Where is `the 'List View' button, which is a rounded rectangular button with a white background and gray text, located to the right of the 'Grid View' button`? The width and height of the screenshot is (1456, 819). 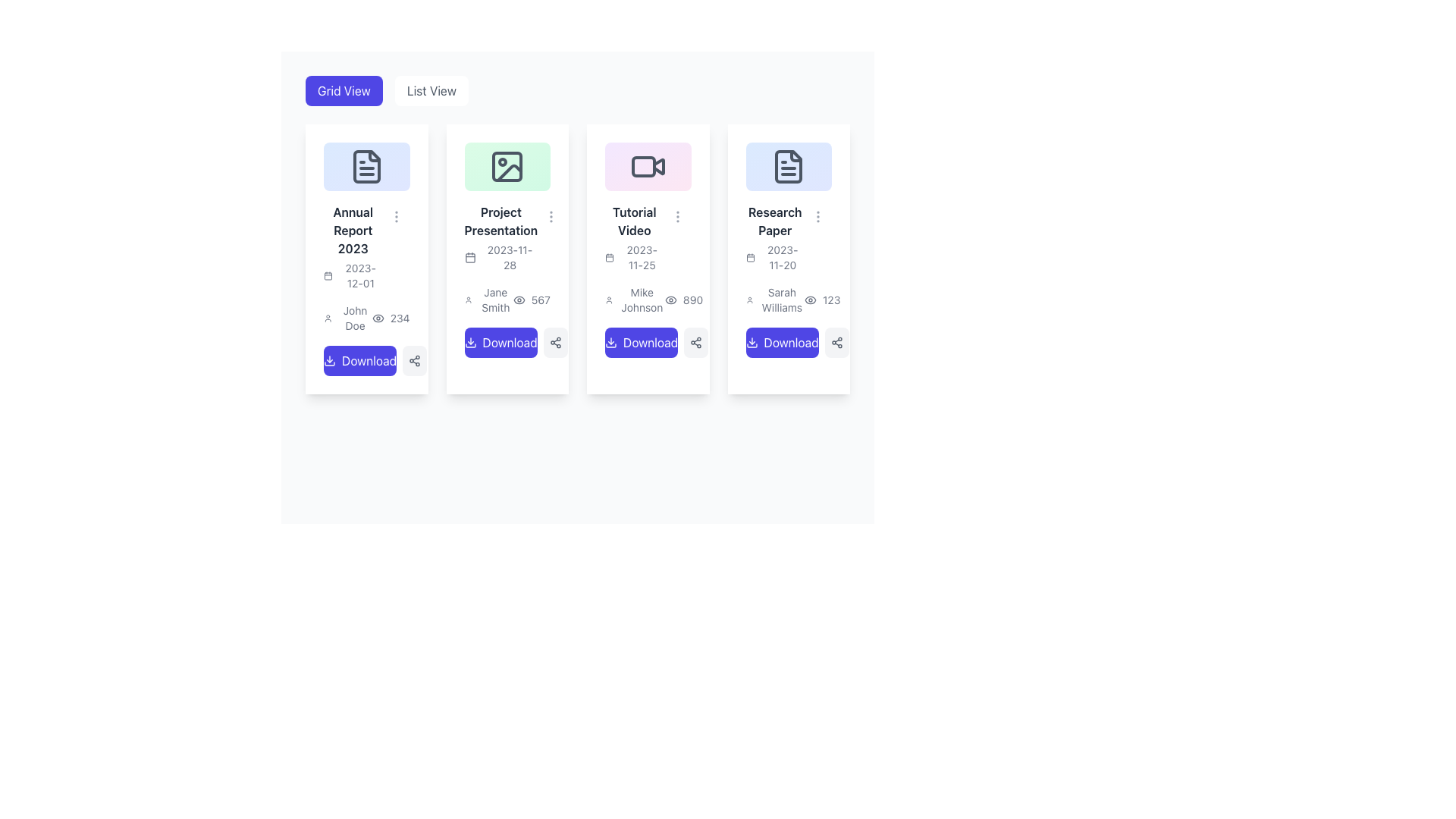
the 'List View' button, which is a rounded rectangular button with a white background and gray text, located to the right of the 'Grid View' button is located at coordinates (431, 90).